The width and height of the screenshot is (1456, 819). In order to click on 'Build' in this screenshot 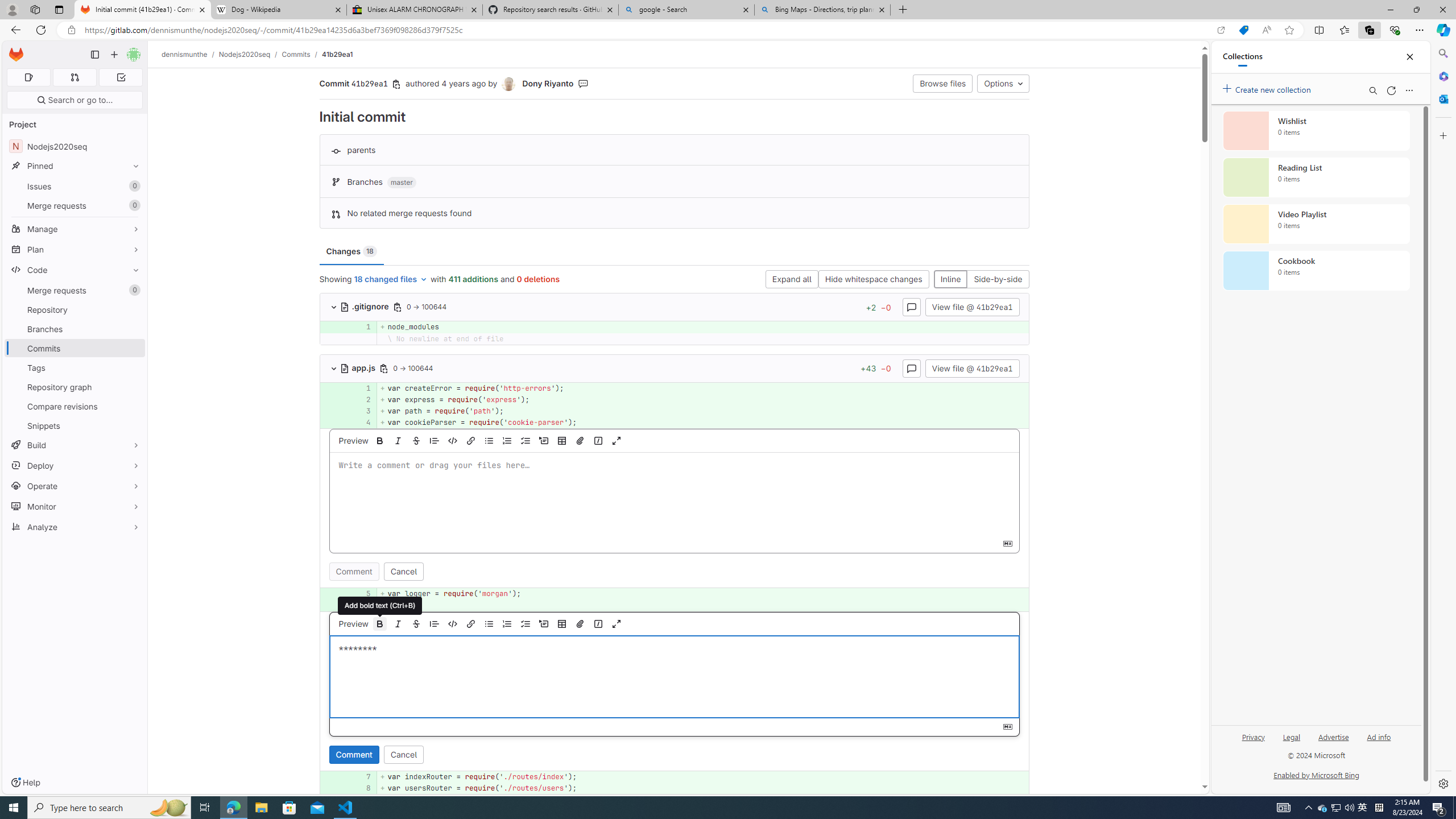, I will do `click(74, 444)`.